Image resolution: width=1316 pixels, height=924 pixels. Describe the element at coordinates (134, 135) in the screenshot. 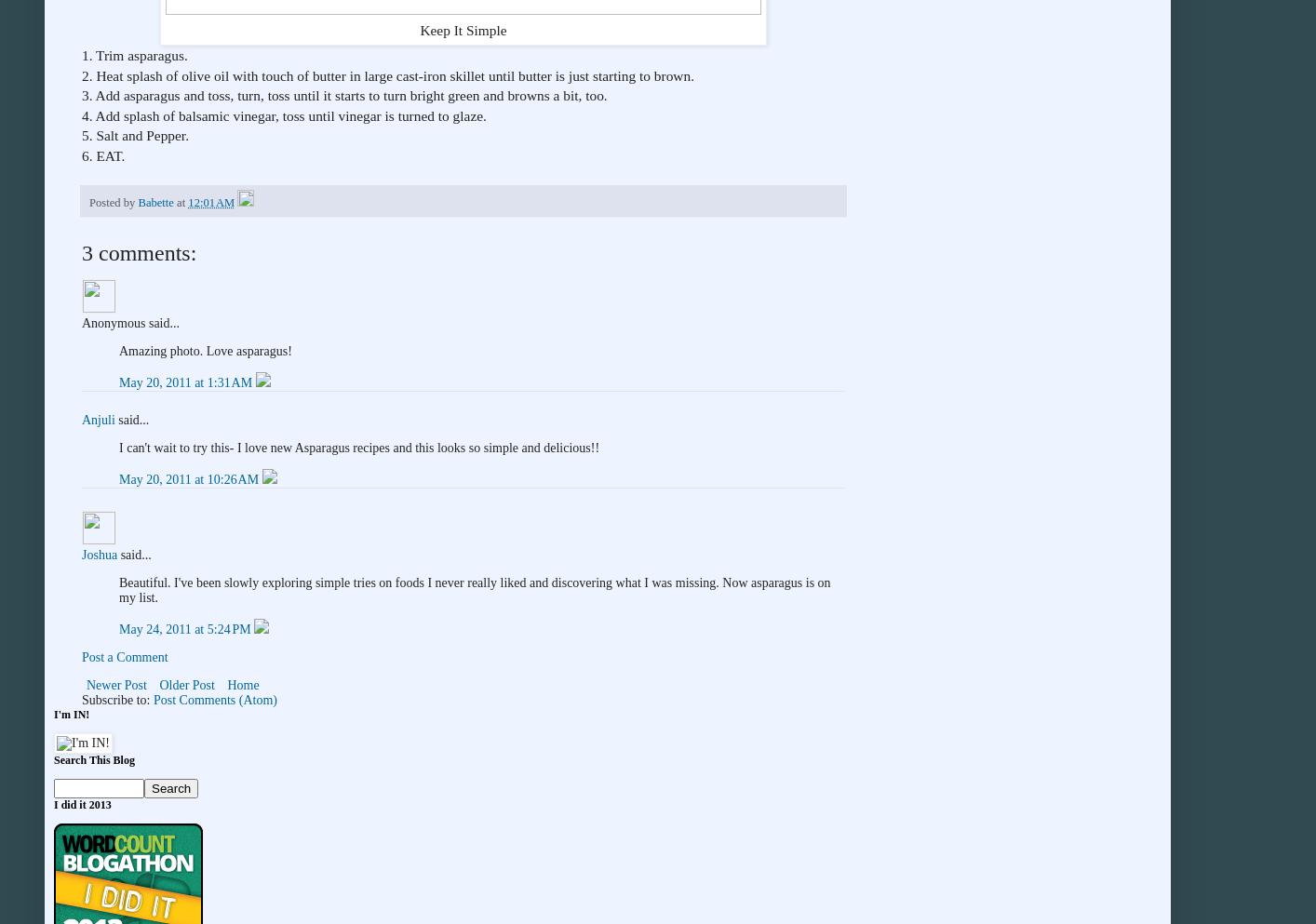

I see `'5. Salt and Pepper.'` at that location.